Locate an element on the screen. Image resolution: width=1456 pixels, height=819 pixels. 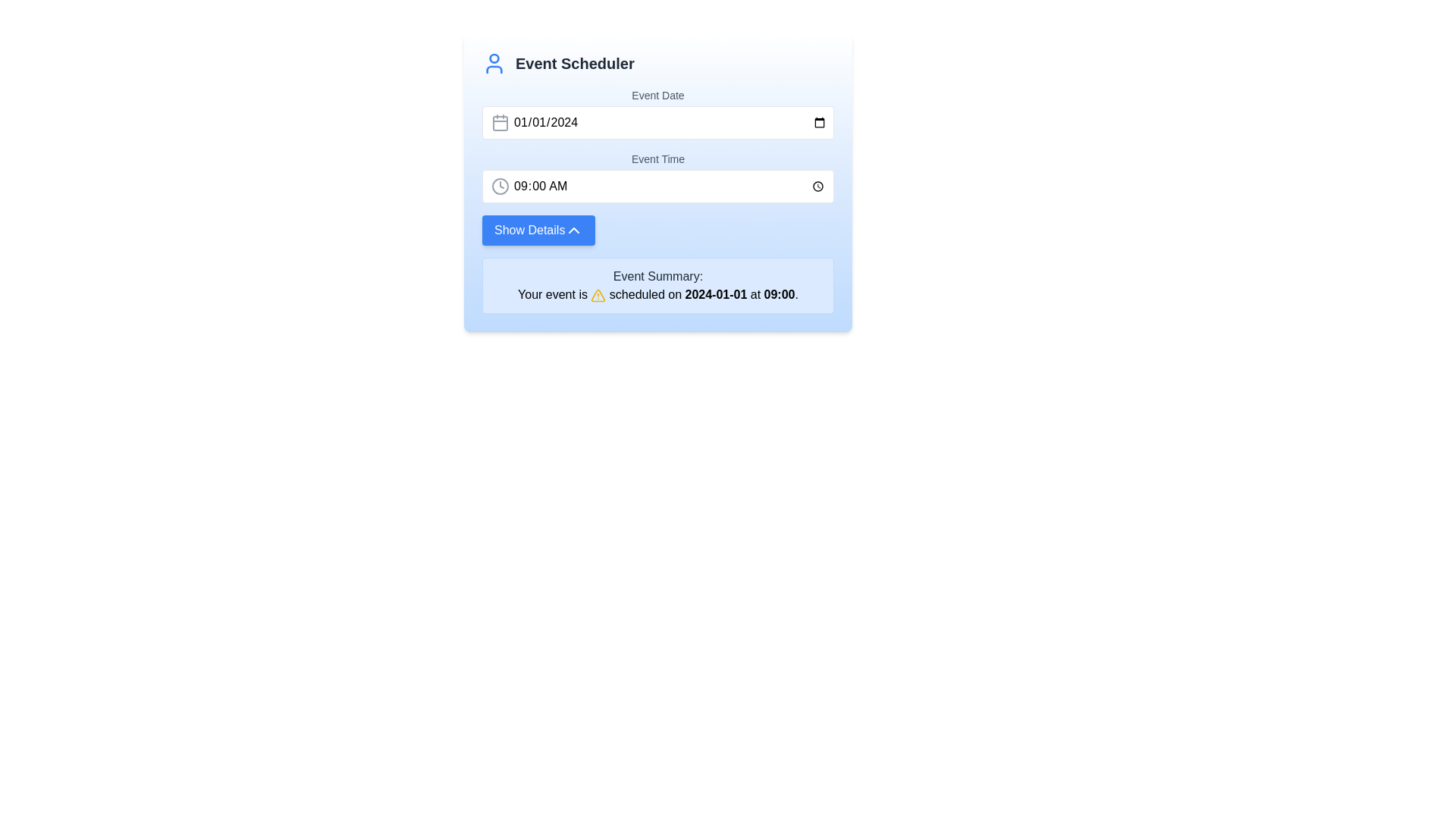
the calendar icon, which is a gray square with rounded corners located to the left of the date input field under the 'Event Date' section is located at coordinates (500, 122).